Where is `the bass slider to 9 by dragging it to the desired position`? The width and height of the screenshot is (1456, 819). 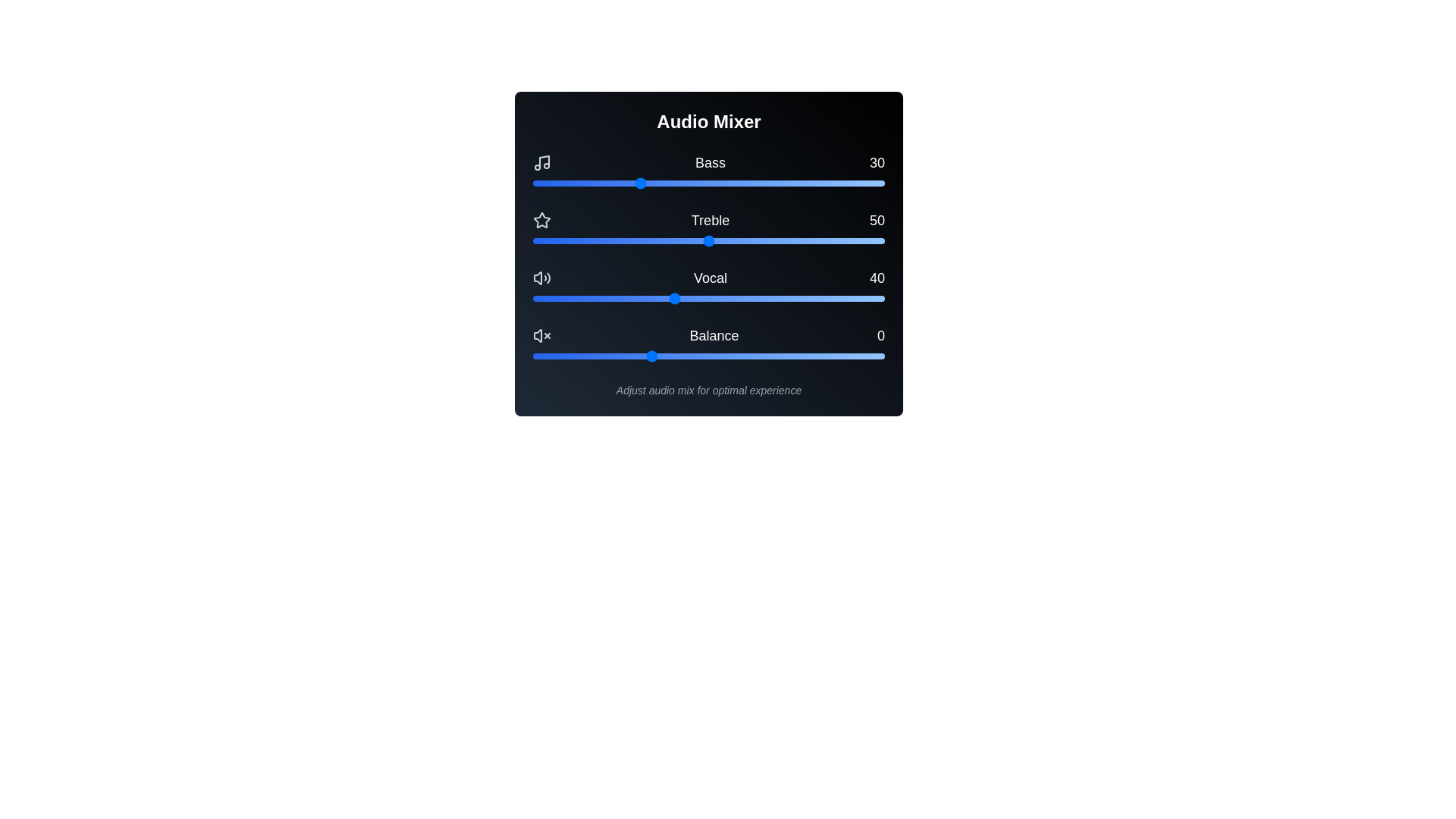
the bass slider to 9 by dragging it to the desired position is located at coordinates (563, 183).